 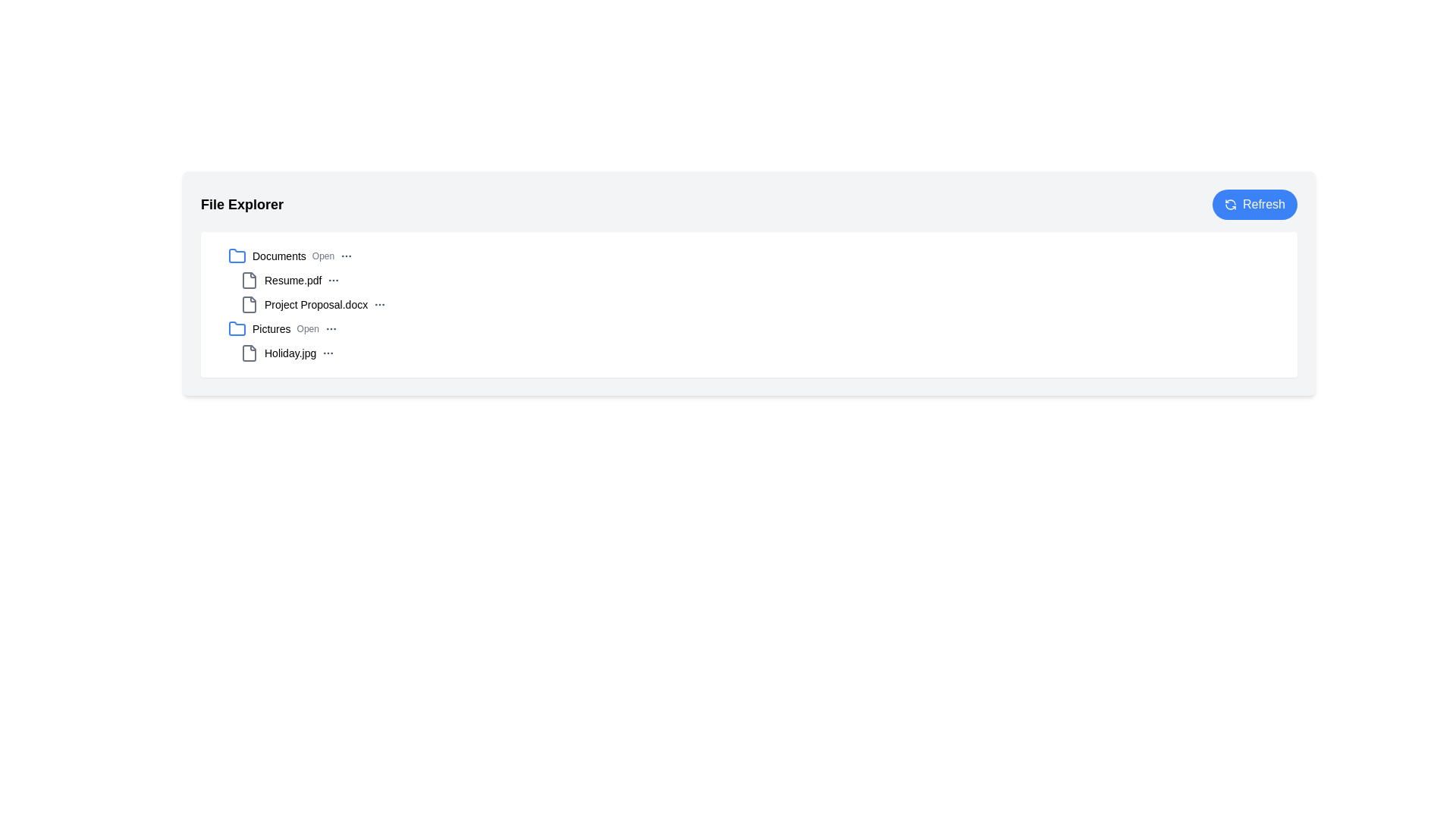 I want to click on the small, circular ellipsis button with three evenly spaced dots, located to the right of the 'Open' text, so click(x=346, y=256).